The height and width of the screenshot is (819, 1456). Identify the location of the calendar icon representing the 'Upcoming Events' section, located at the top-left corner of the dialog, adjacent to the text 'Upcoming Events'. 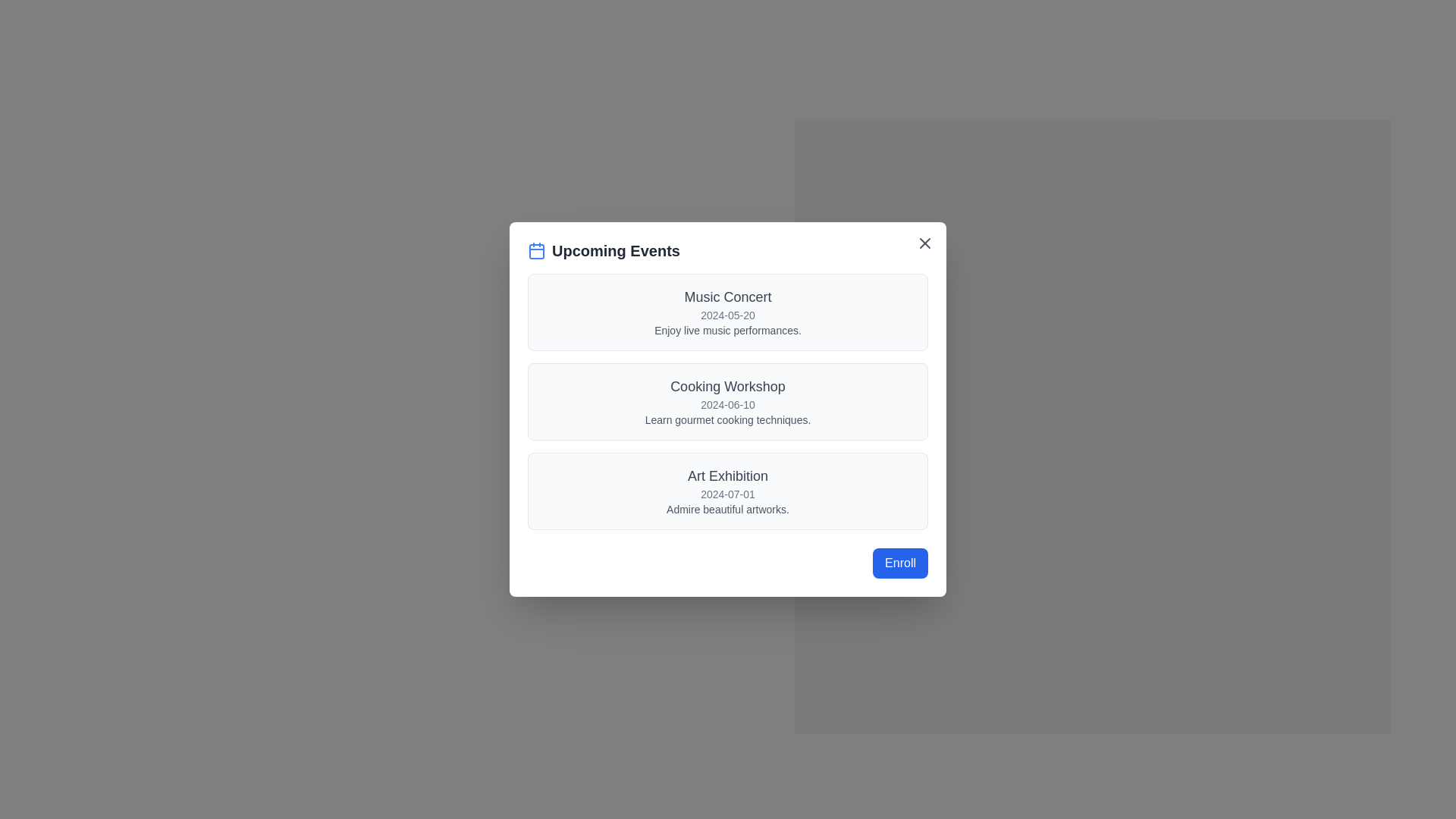
(537, 250).